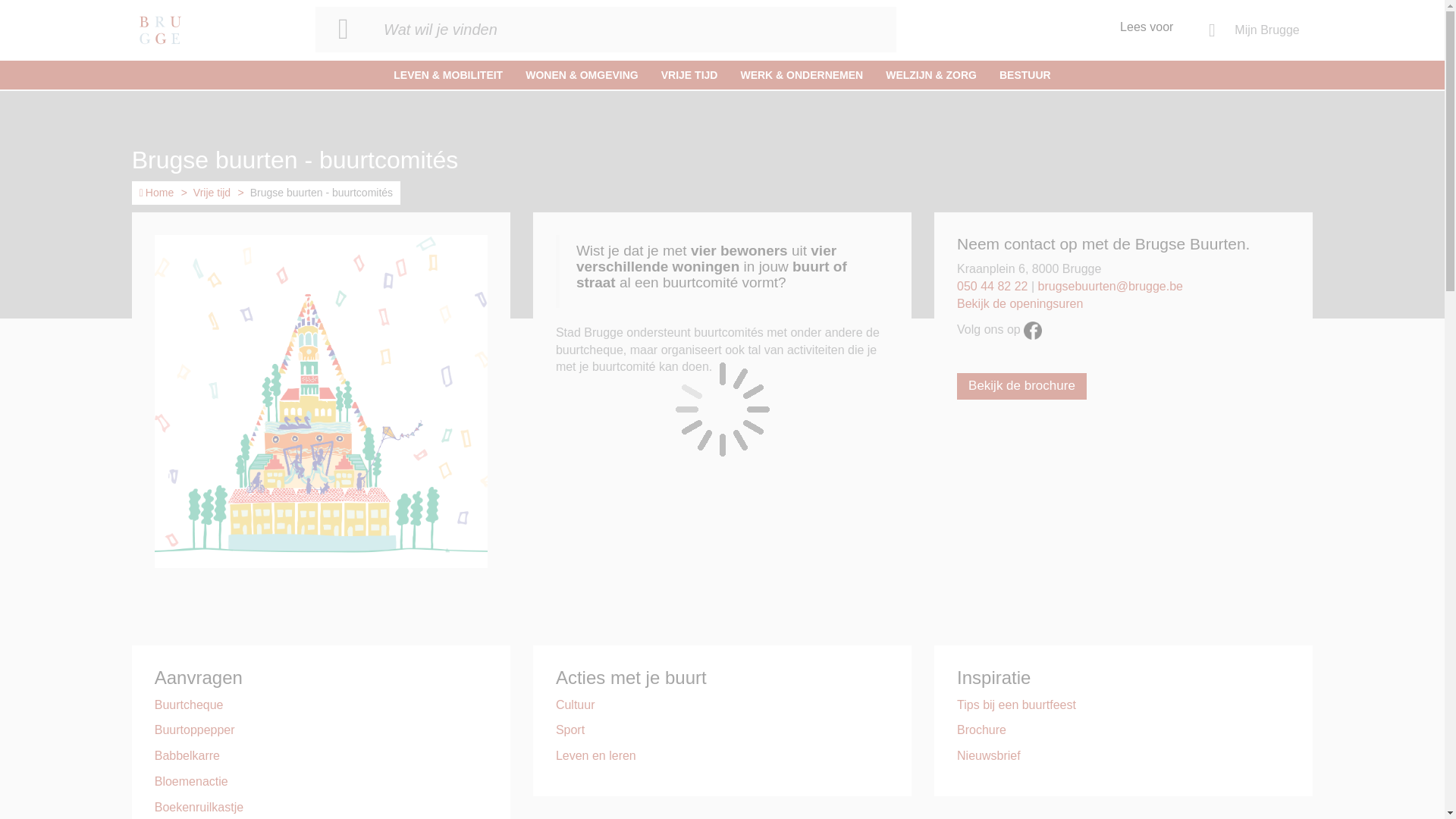 The image size is (1456, 819). I want to click on 'Buurtoppepper', so click(154, 729).